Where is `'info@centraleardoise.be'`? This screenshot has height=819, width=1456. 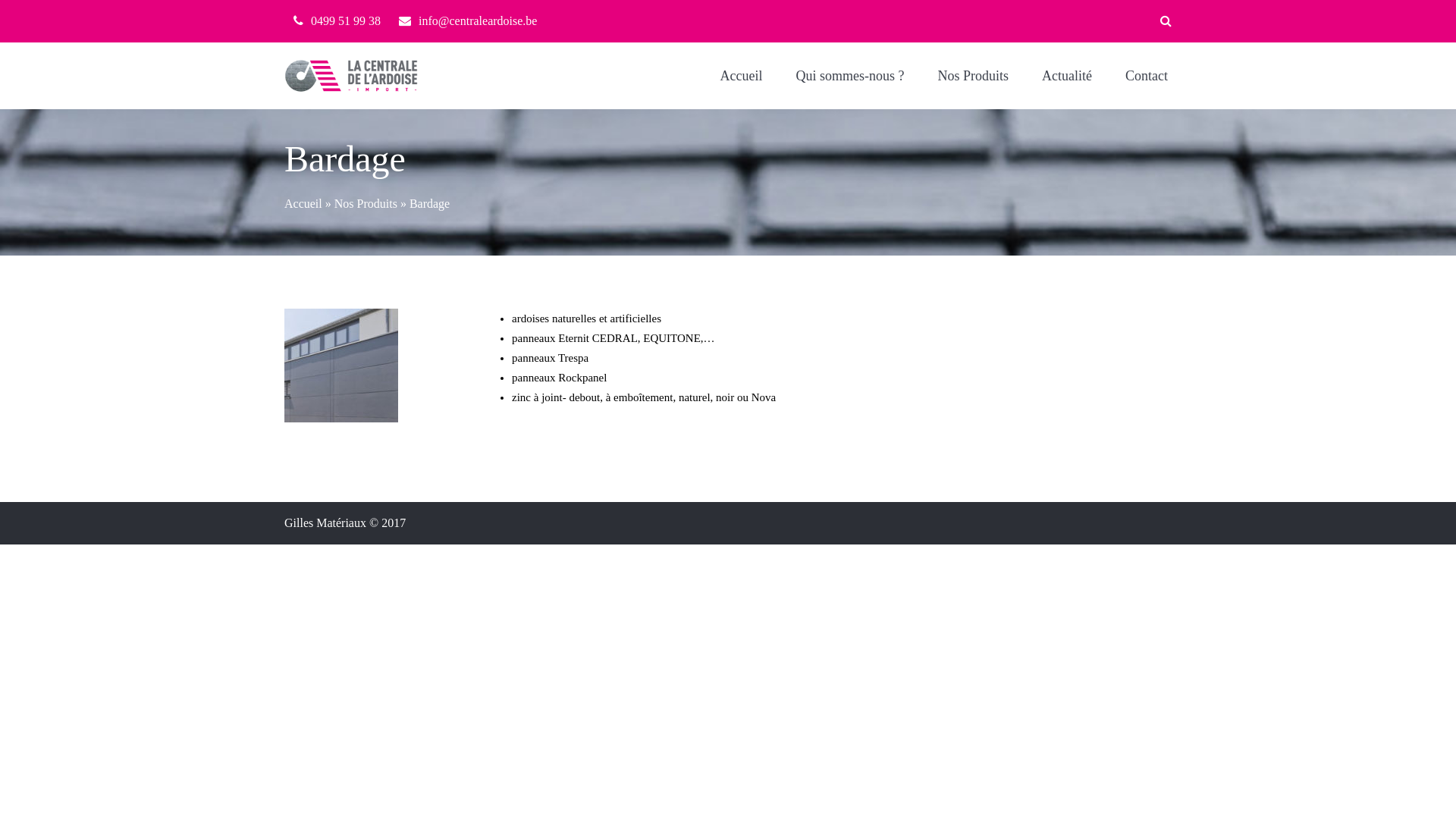
'info@centraleardoise.be' is located at coordinates (476, 20).